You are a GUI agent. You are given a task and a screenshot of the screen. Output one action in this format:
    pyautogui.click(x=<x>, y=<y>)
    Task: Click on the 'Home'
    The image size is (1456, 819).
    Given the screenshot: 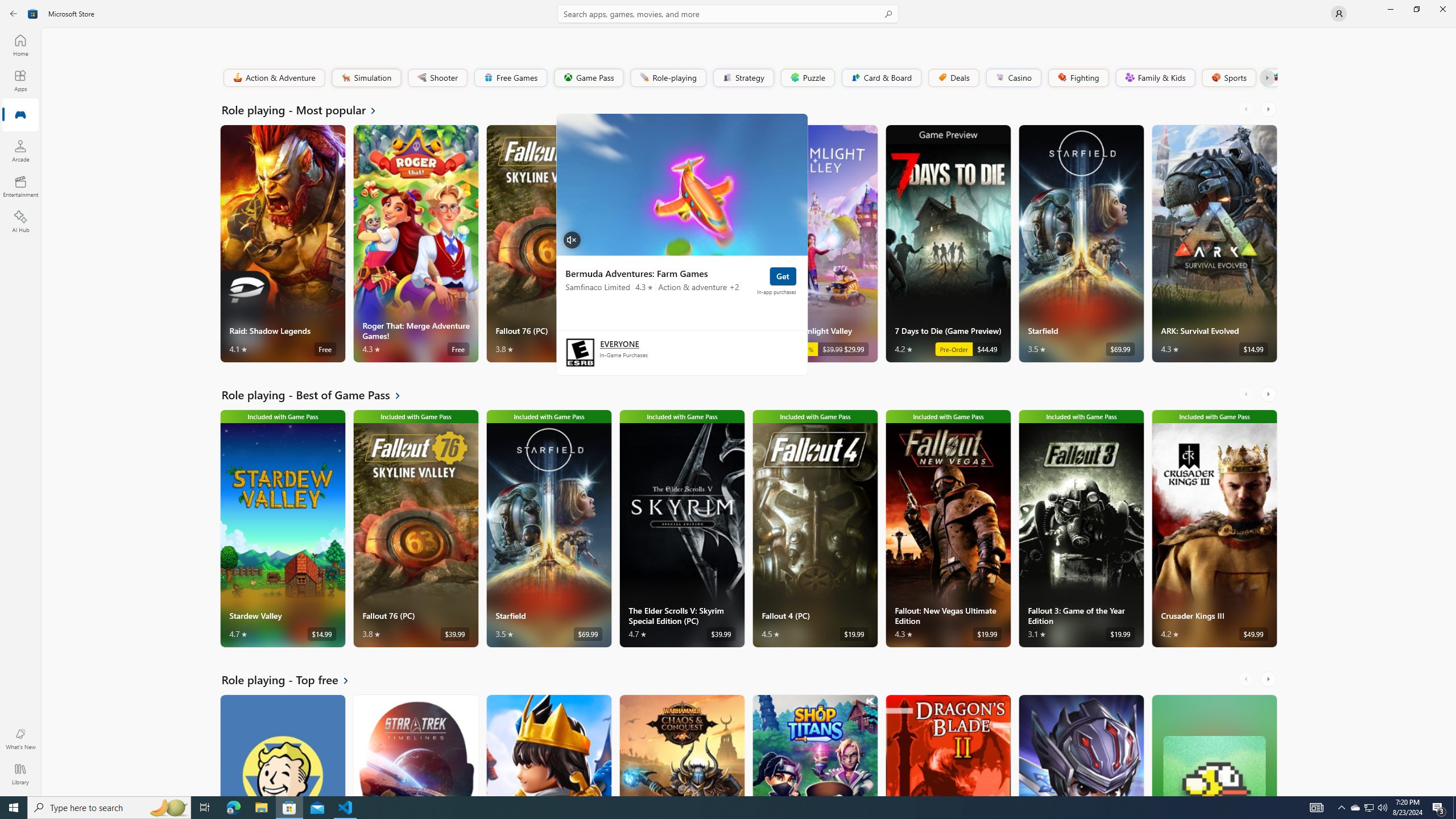 What is the action you would take?
    pyautogui.click(x=19, y=44)
    